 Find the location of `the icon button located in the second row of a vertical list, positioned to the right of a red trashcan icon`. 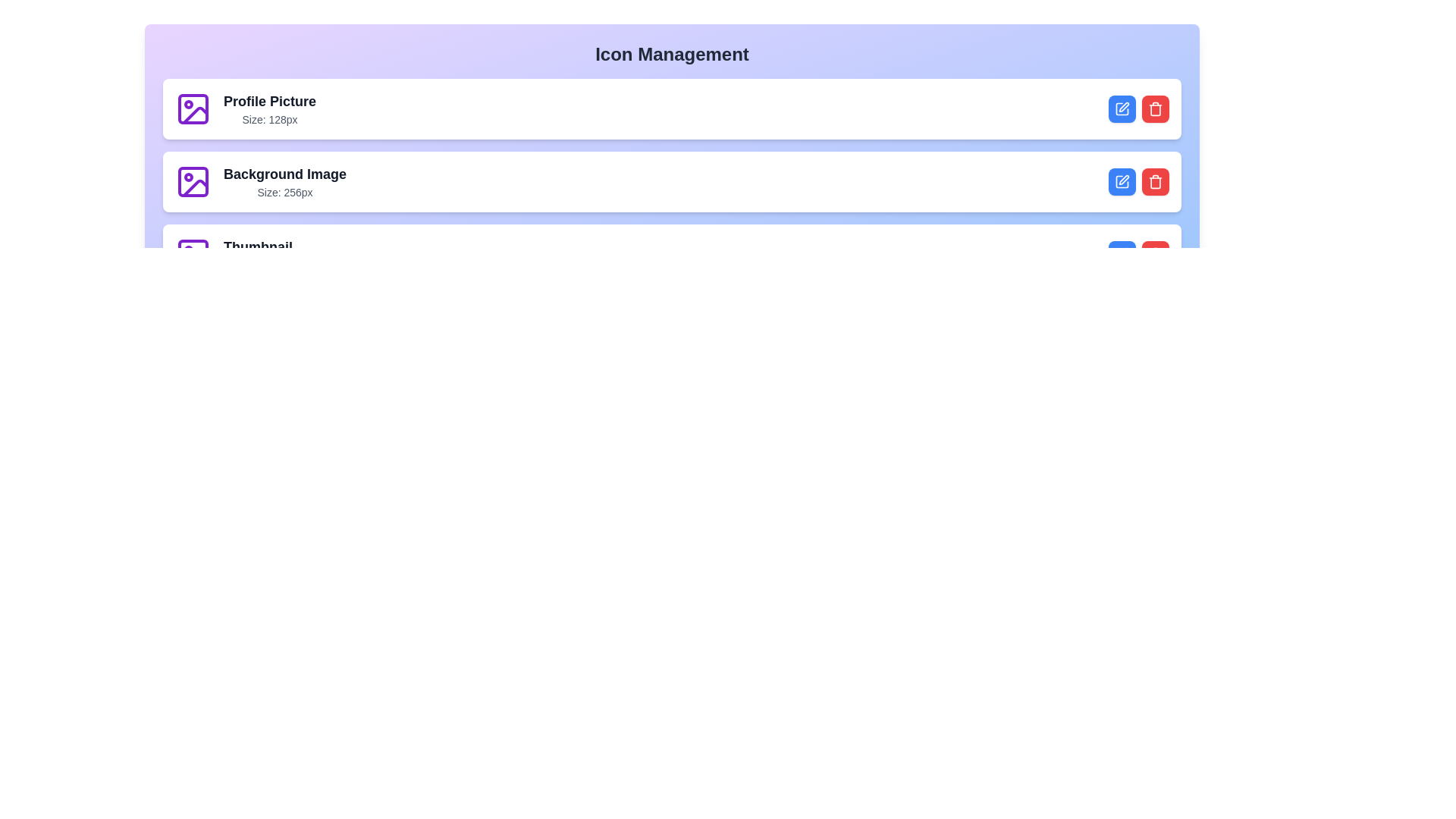

the icon button located in the second row of a vertical list, positioned to the right of a red trashcan icon is located at coordinates (1122, 180).